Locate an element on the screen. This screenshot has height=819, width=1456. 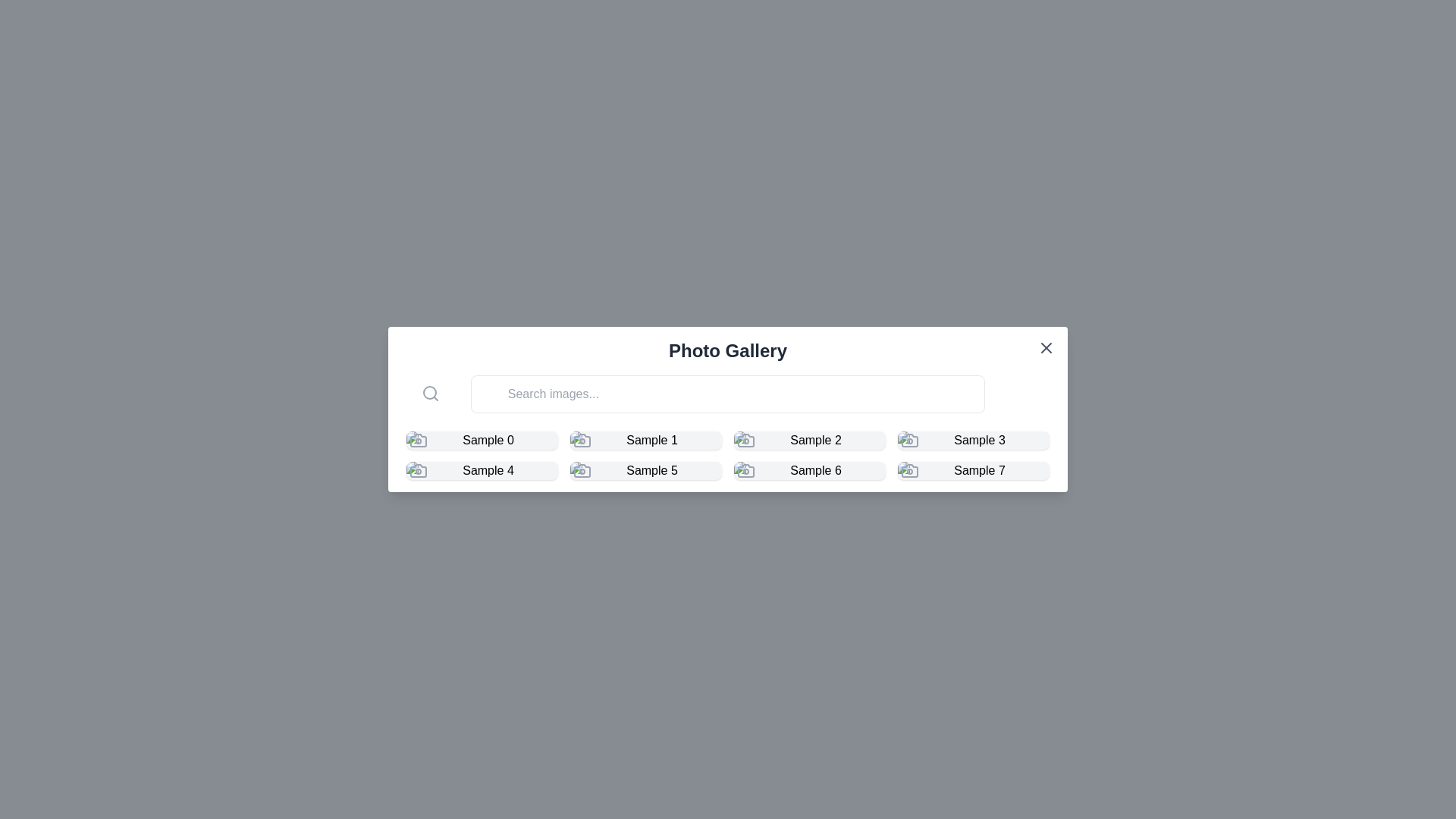
the camera icon located within the tile labeled 'Sample 5', which features a modern minimalistic outline and is centered within the tile is located at coordinates (582, 470).